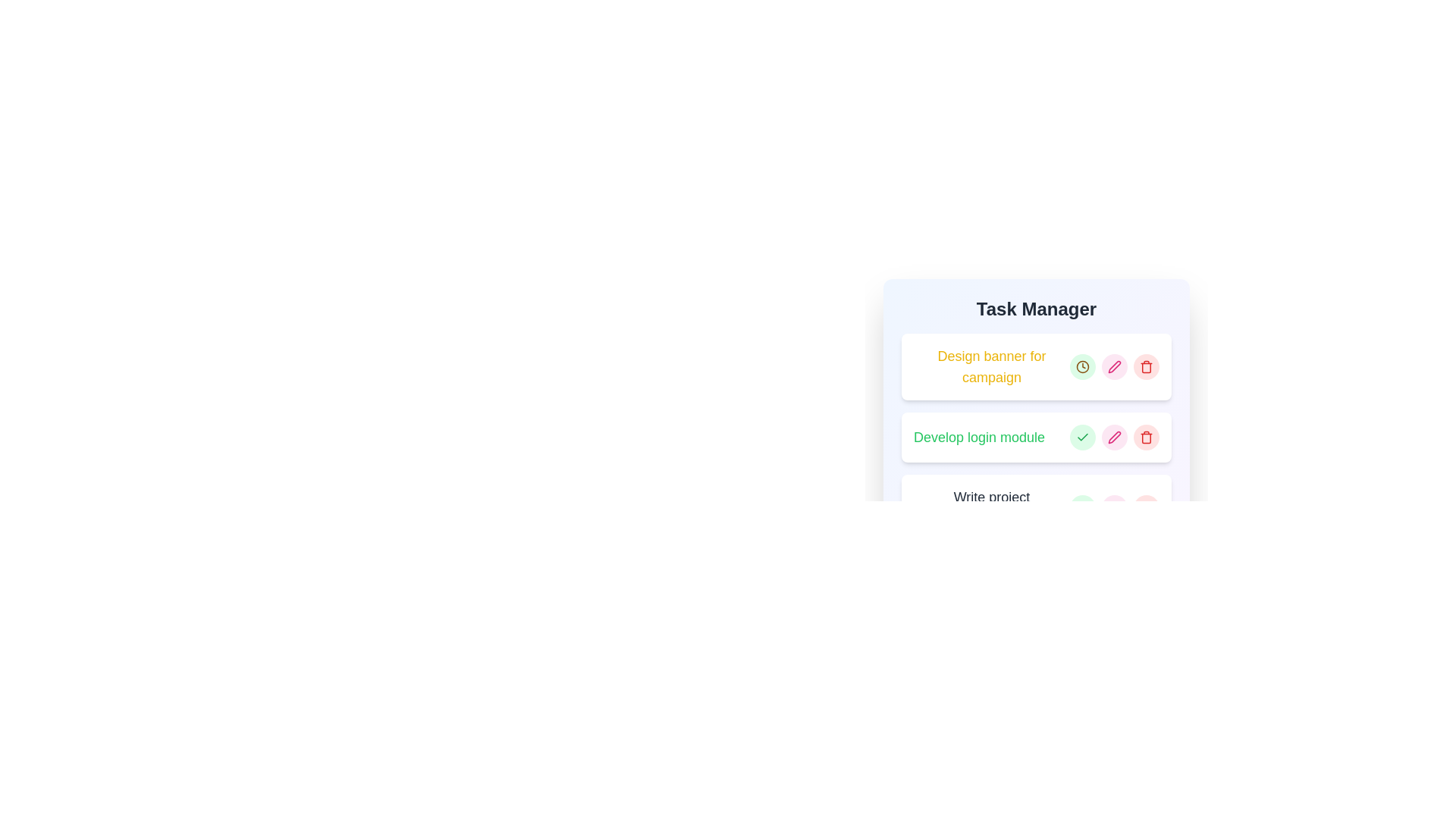 The image size is (1456, 819). I want to click on the SVG Circle element that is part of a task management interface, located to the right of the 'Write project' task entry, so click(1082, 508).